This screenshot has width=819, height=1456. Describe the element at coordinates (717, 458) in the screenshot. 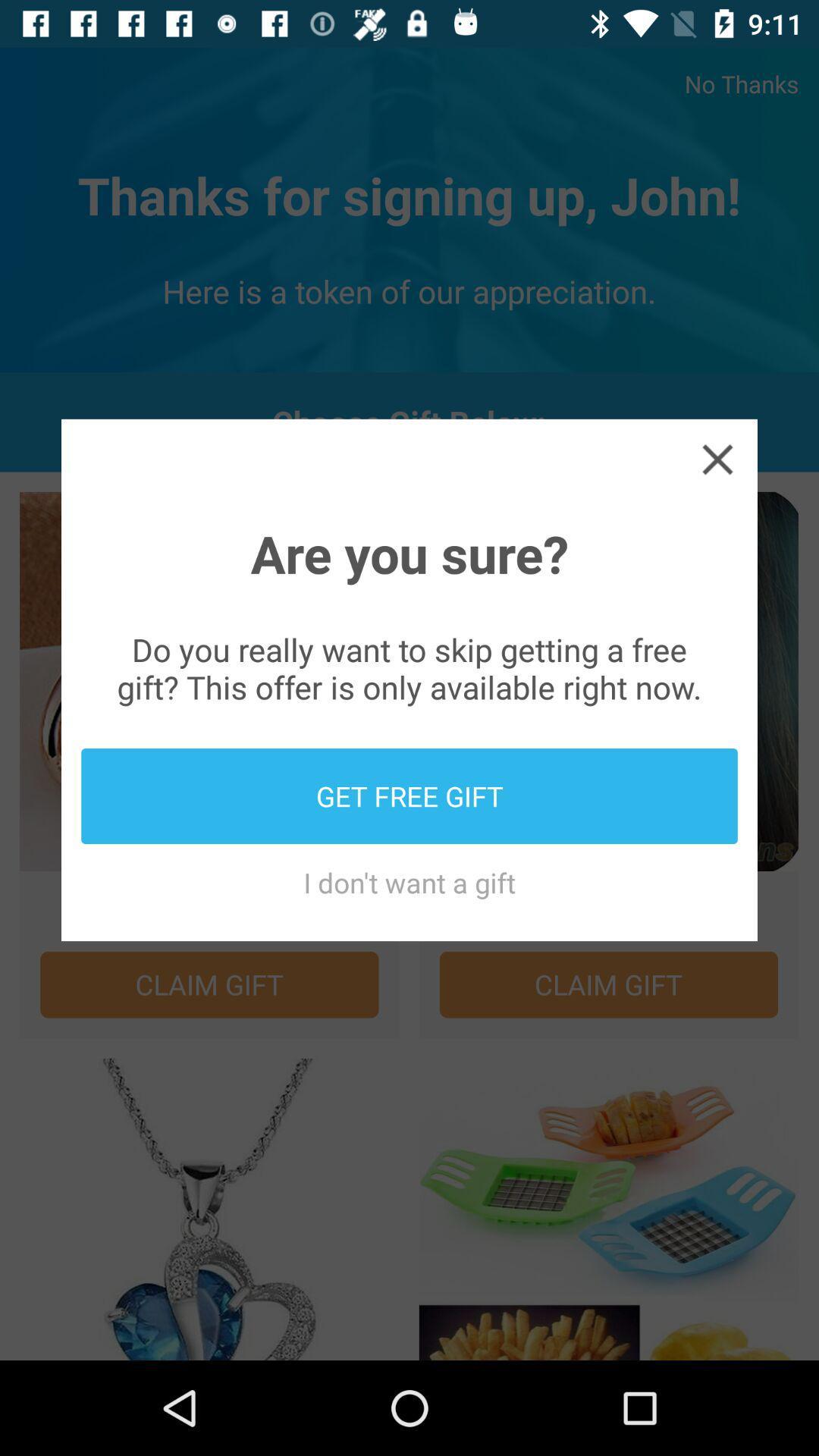

I see `dialogue box` at that location.